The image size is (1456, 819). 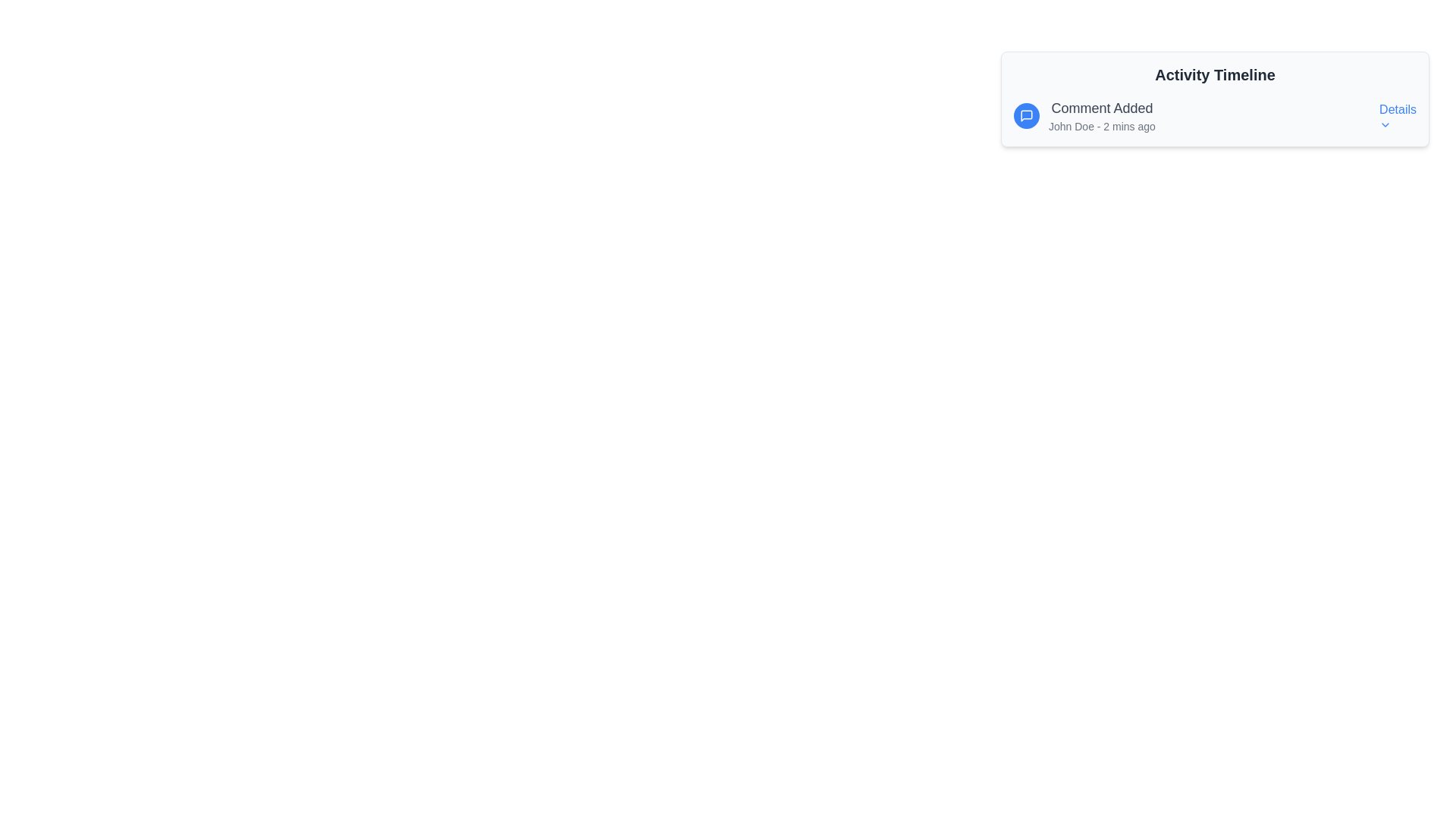 What do you see at coordinates (1215, 115) in the screenshot?
I see `the 'Details' link within the second activity log entry located below the 'Activity Timeline' title for more information` at bounding box center [1215, 115].